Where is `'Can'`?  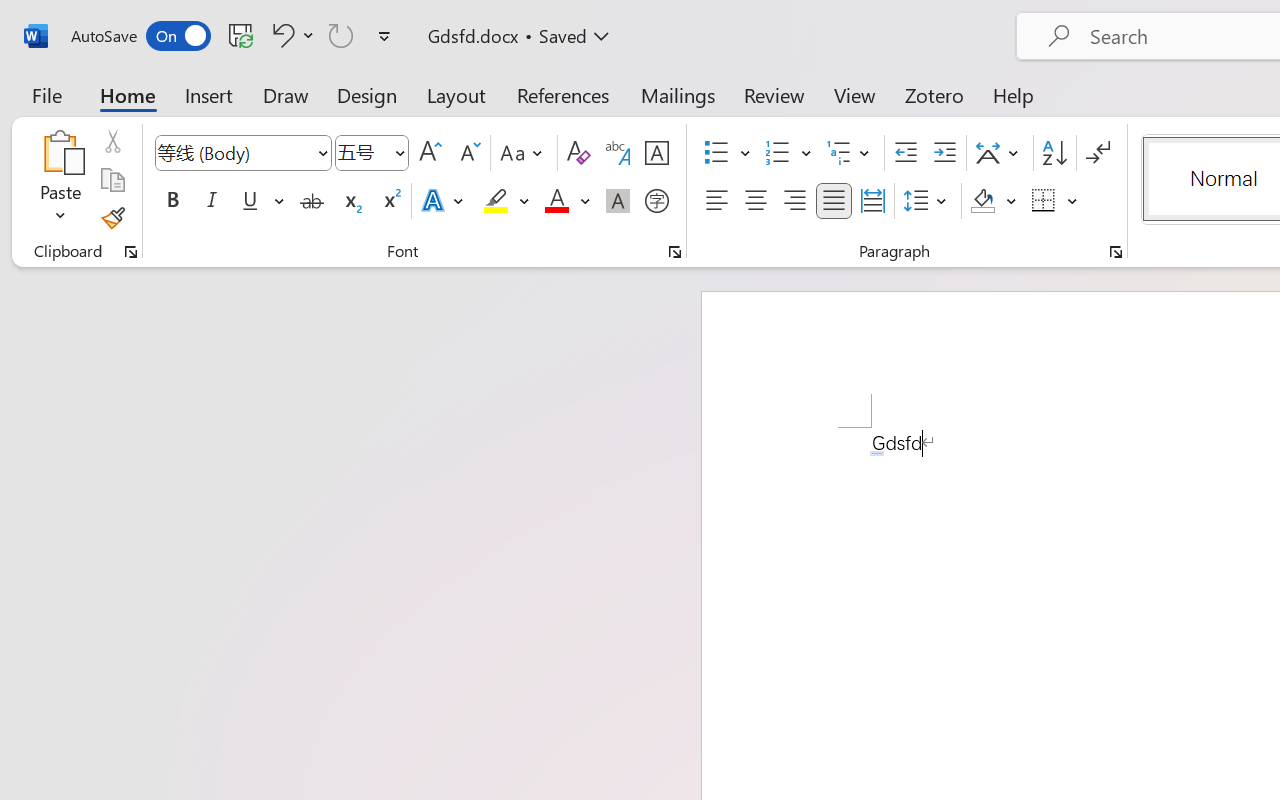 'Can' is located at coordinates (341, 34).